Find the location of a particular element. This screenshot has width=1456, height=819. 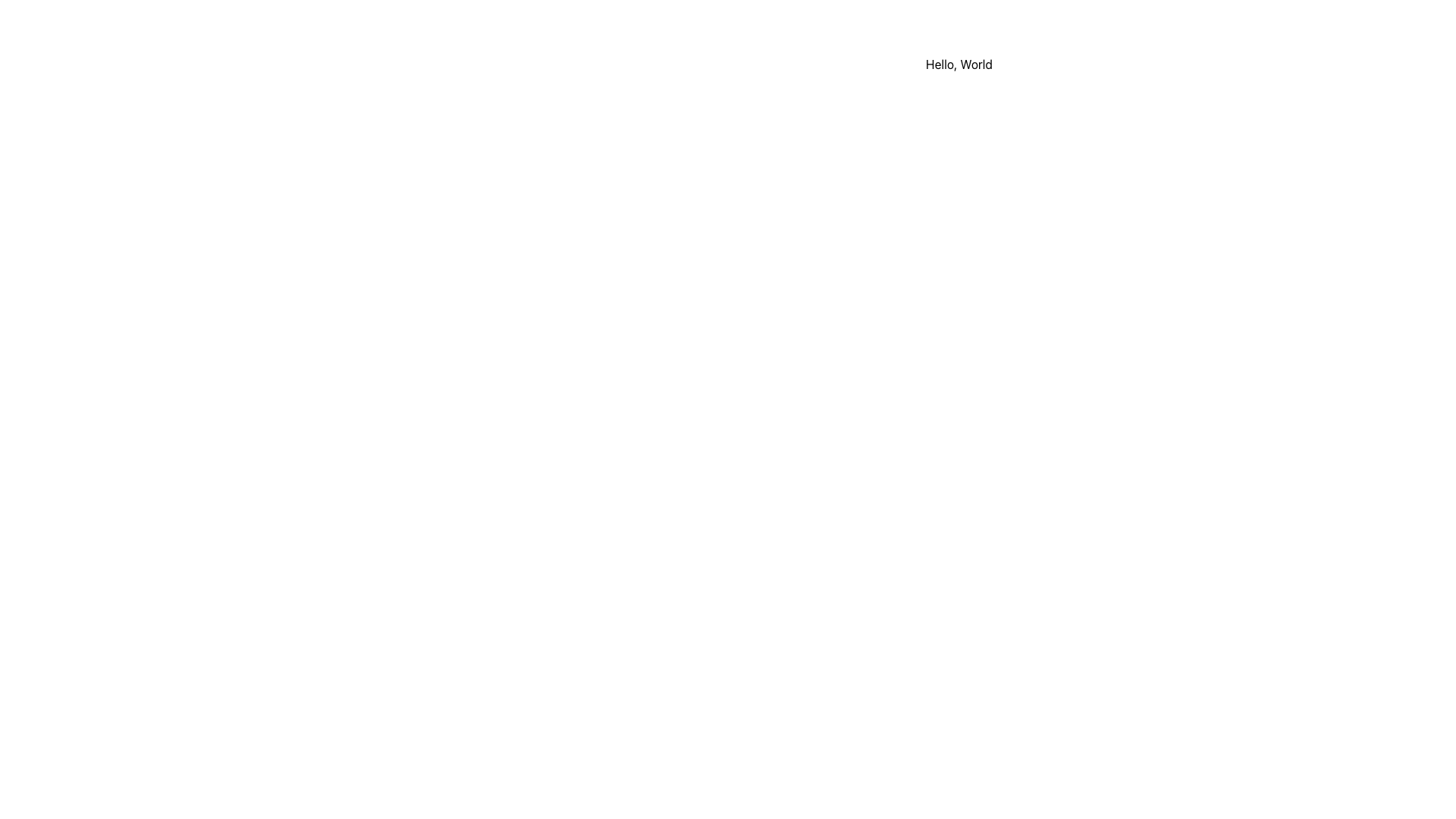

the text label displaying 'Hello, World', which is styled in a bold, large font on a white background is located at coordinates (959, 63).